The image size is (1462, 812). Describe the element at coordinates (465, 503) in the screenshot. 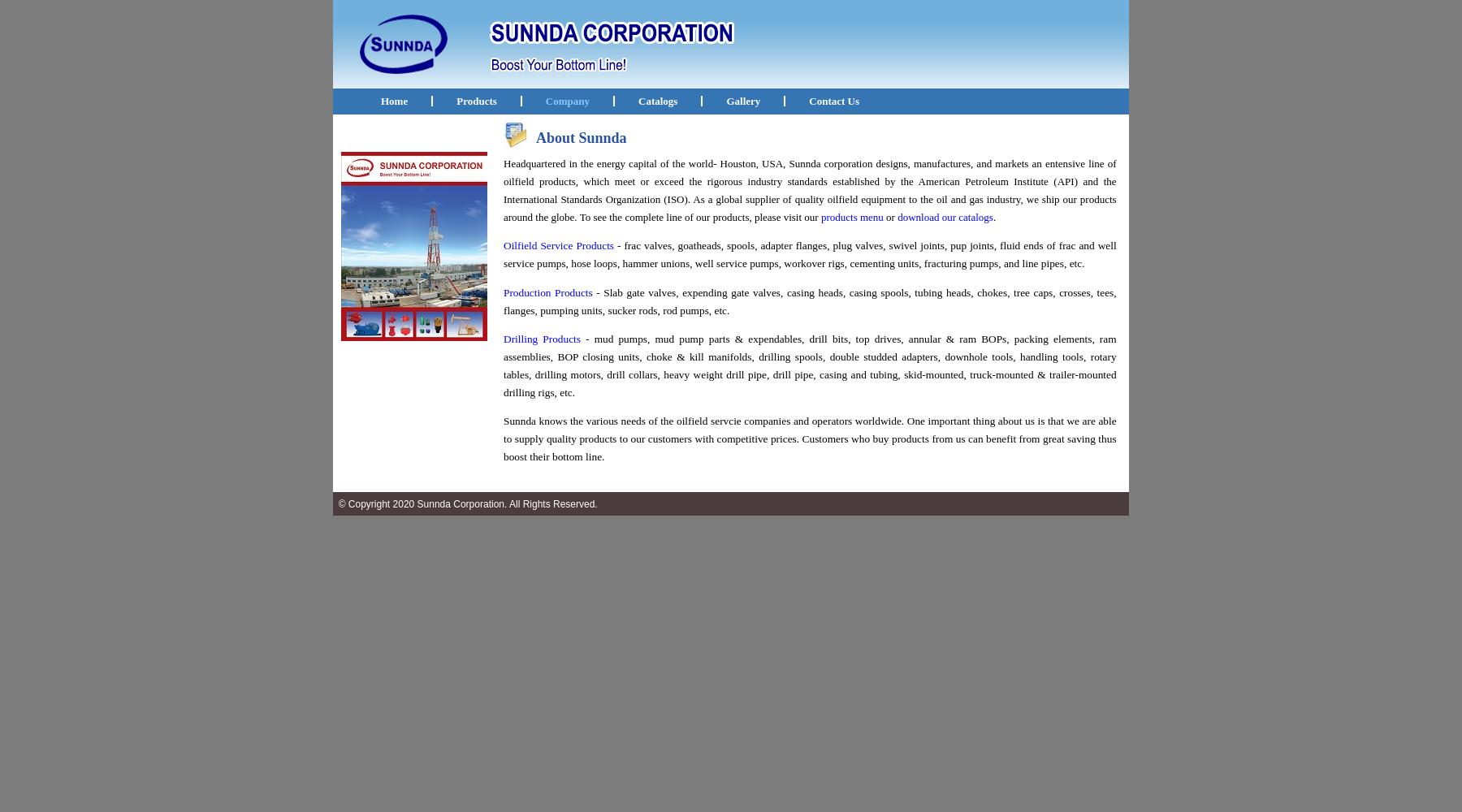

I see `'© Copyright 2020 Sunnda Corporation. All Rights Reserved.'` at that location.